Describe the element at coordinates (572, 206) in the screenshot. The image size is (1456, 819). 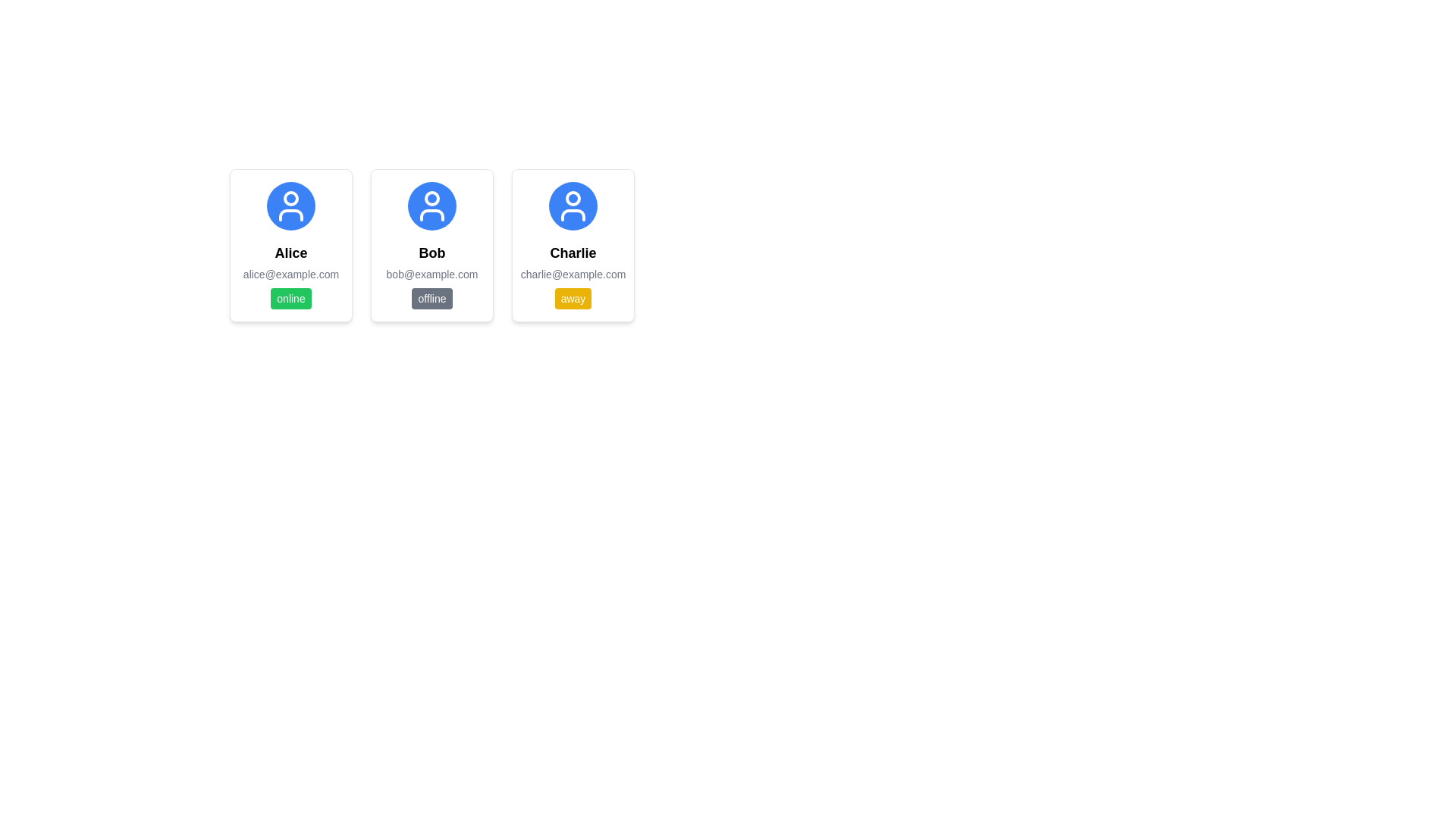
I see `the user icon representing a person's silhouette located in the middle of the blue circular background in the third card labeled 'Charlie'` at that location.